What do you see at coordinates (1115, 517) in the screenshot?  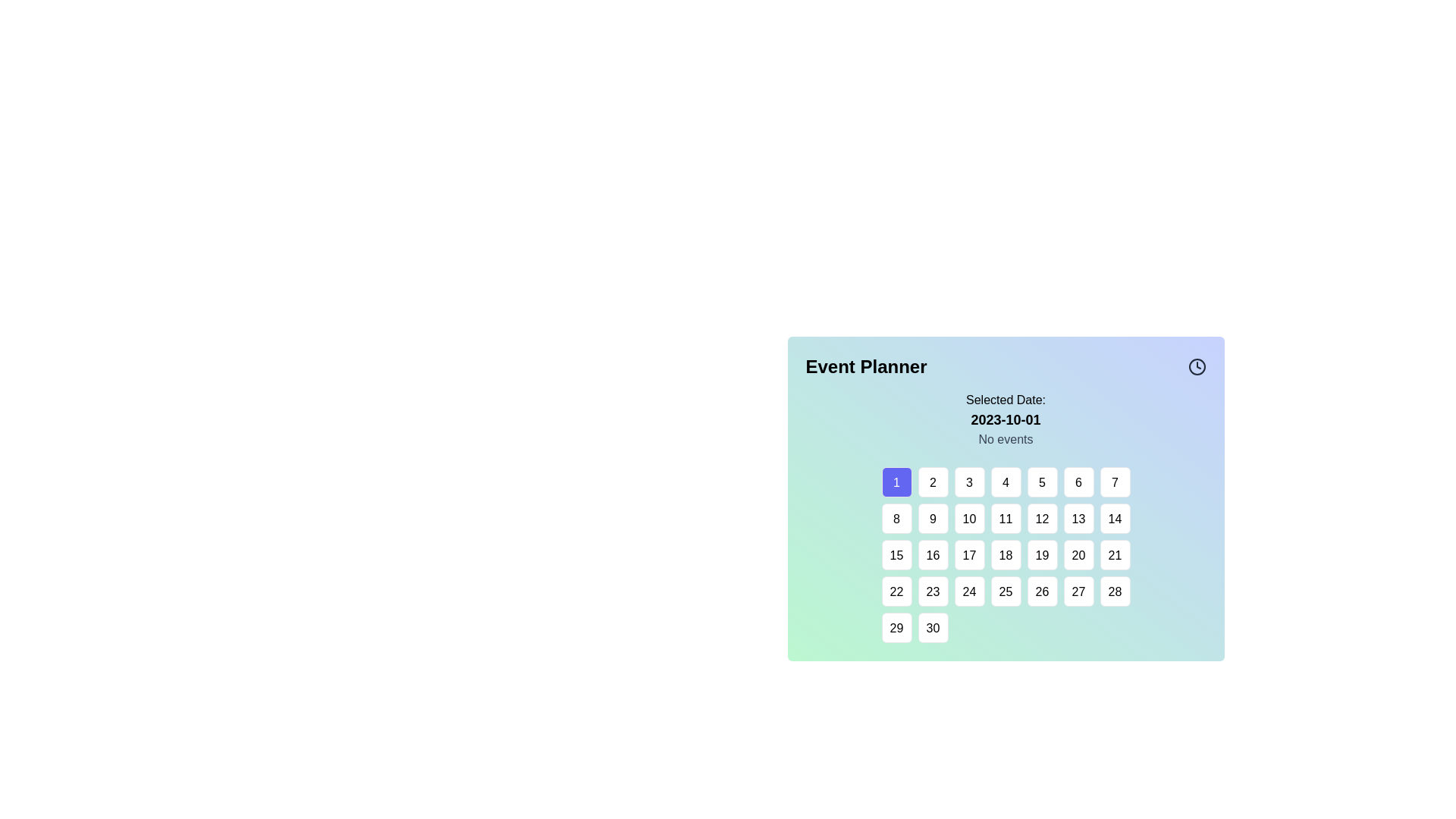 I see `the square-shaped button with a white background and the text '14' centered in black, located in the third row, seventh column of a grid layout, to trigger a visual change` at bounding box center [1115, 517].